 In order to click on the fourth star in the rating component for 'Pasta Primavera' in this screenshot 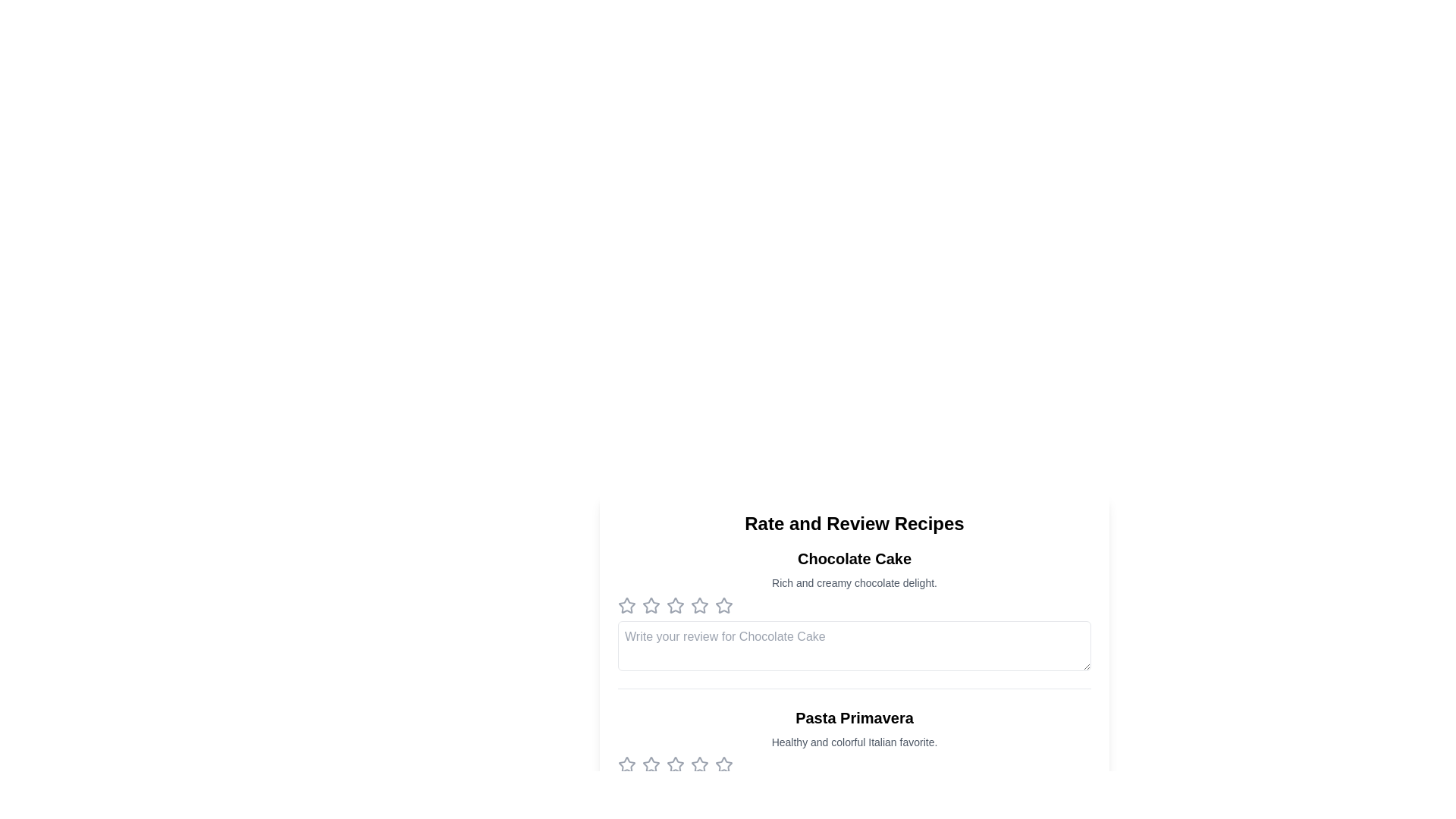, I will do `click(698, 765)`.